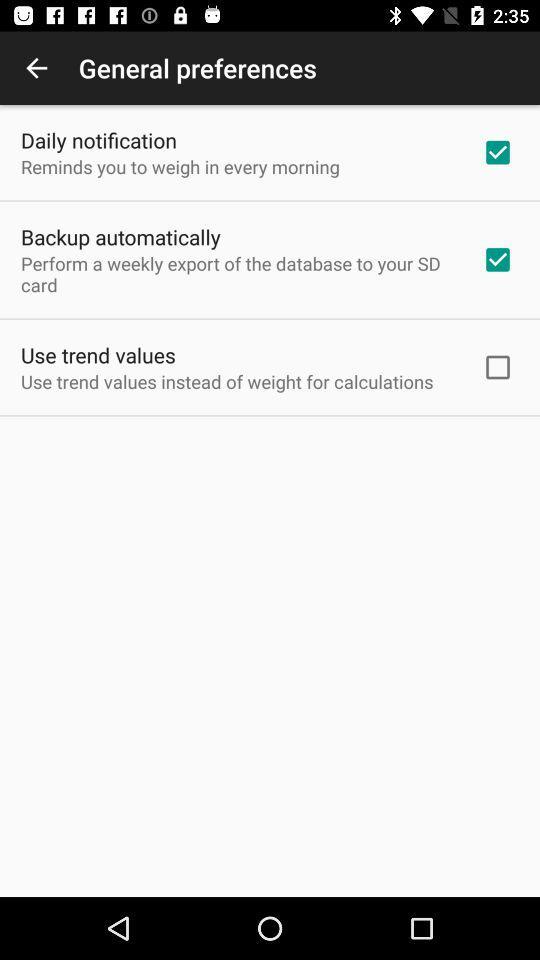 Image resolution: width=540 pixels, height=960 pixels. What do you see at coordinates (238, 273) in the screenshot?
I see `the perform a weekly icon` at bounding box center [238, 273].